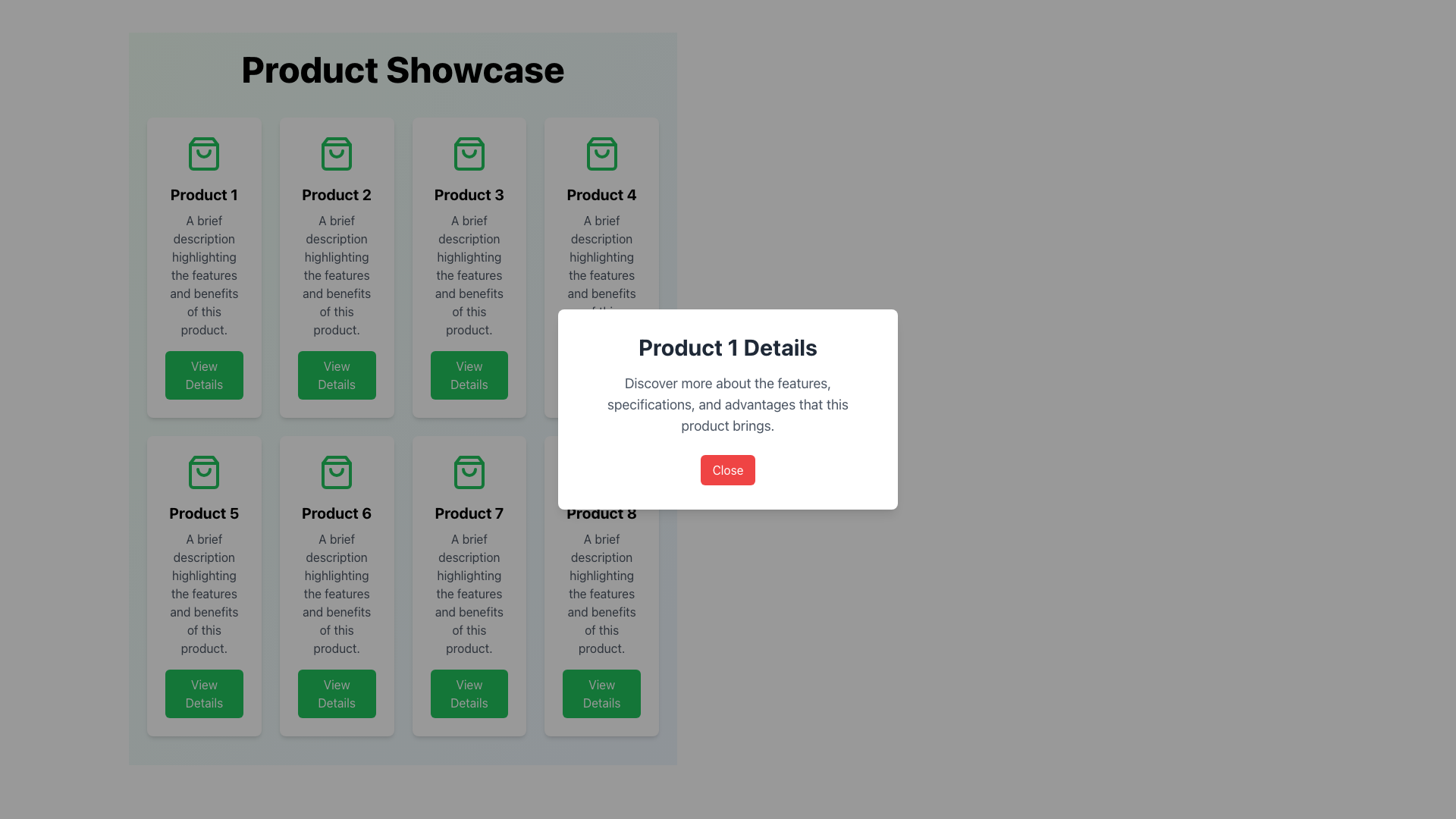  I want to click on the decorative arc element within the shopping bag icon, which serves as the logo for the 'Product 3' card on the 'Product Showcase' page, so click(468, 154).